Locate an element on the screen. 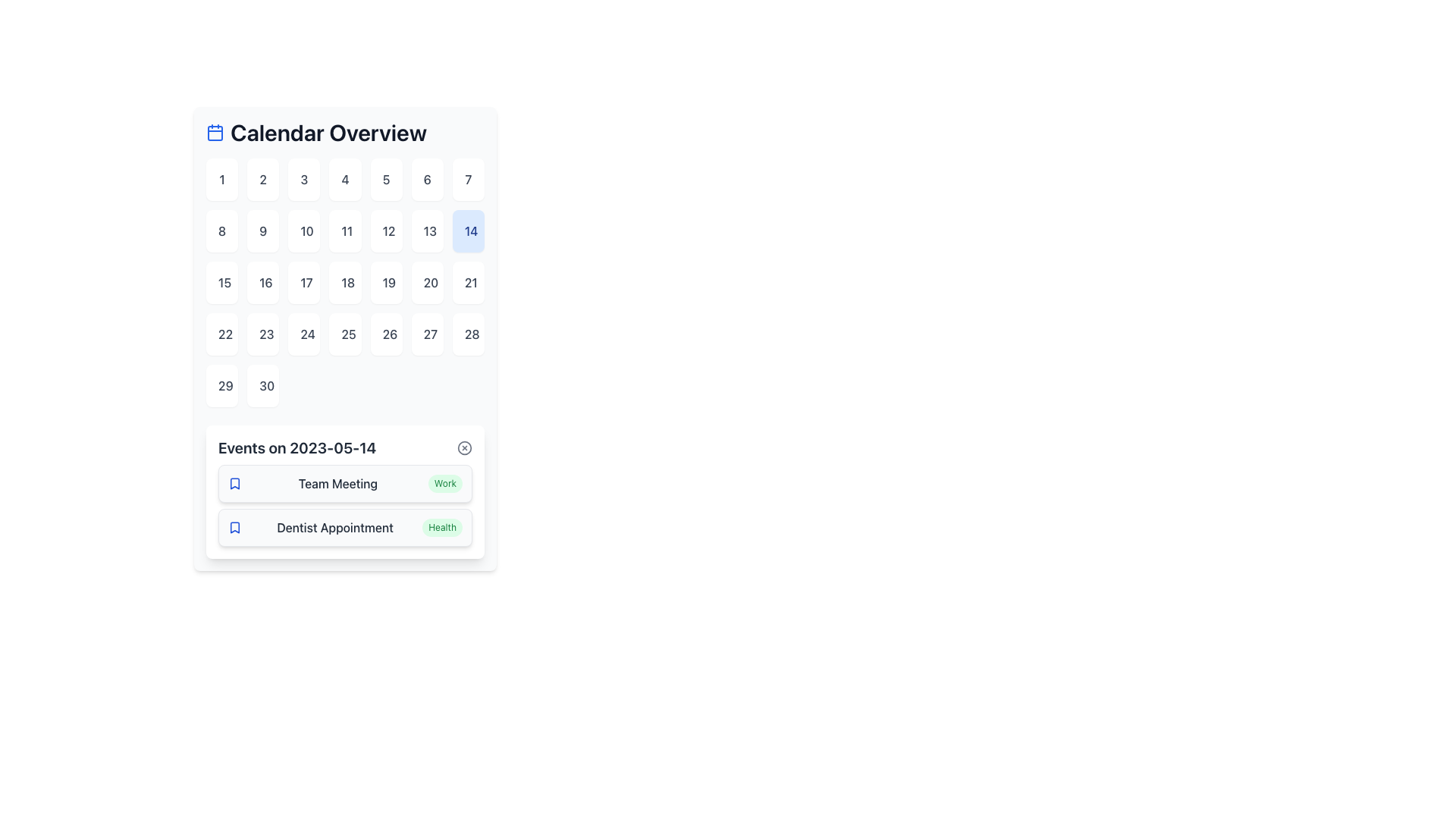 Image resolution: width=1456 pixels, height=819 pixels. on the second day button in the calendar month view is located at coordinates (262, 178).